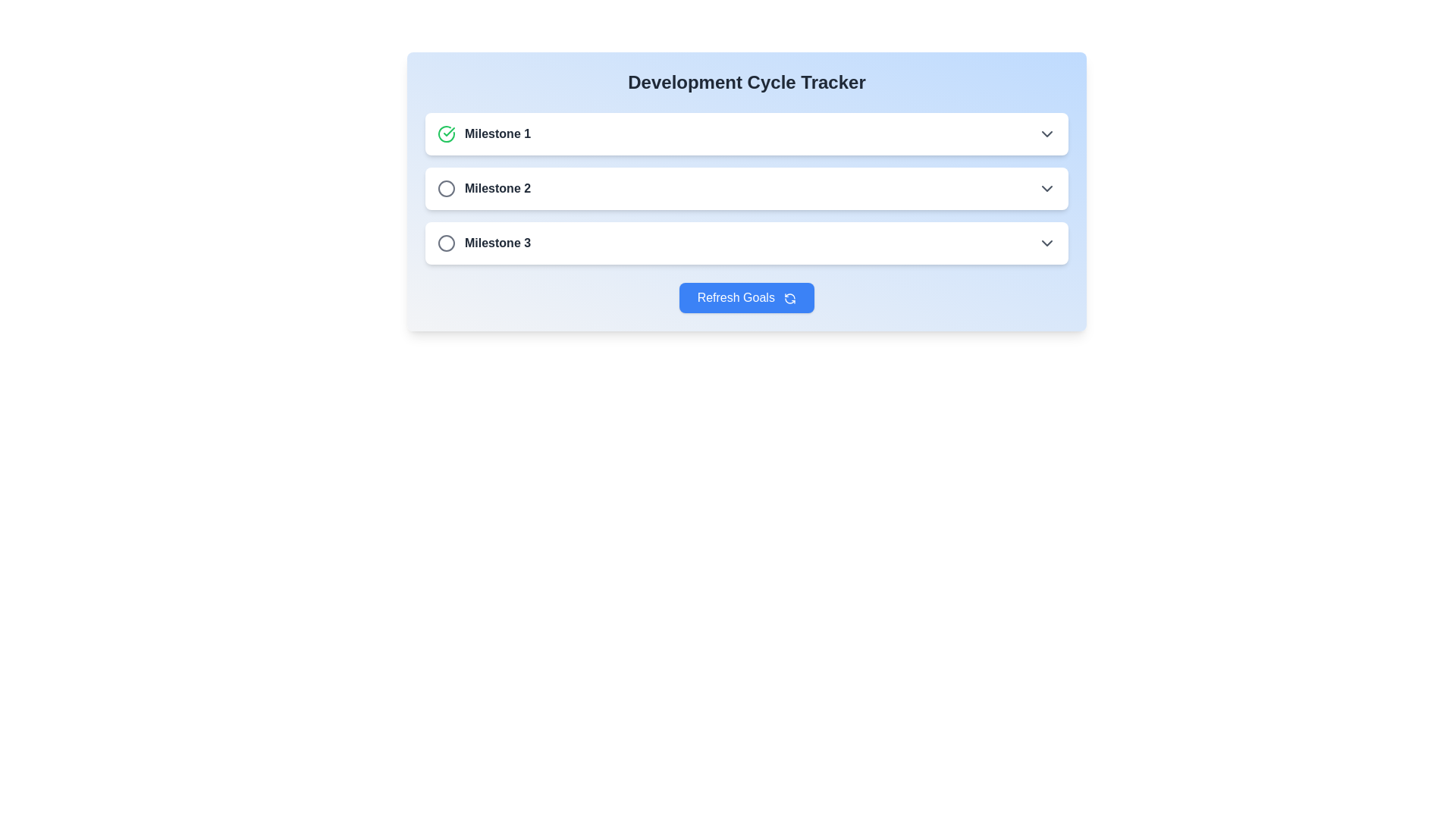 The width and height of the screenshot is (1456, 819). Describe the element at coordinates (446, 188) in the screenshot. I see `the decorative icon at the left end of the row labeled 'Milestone 2', which is the second item in the vertical list` at that location.